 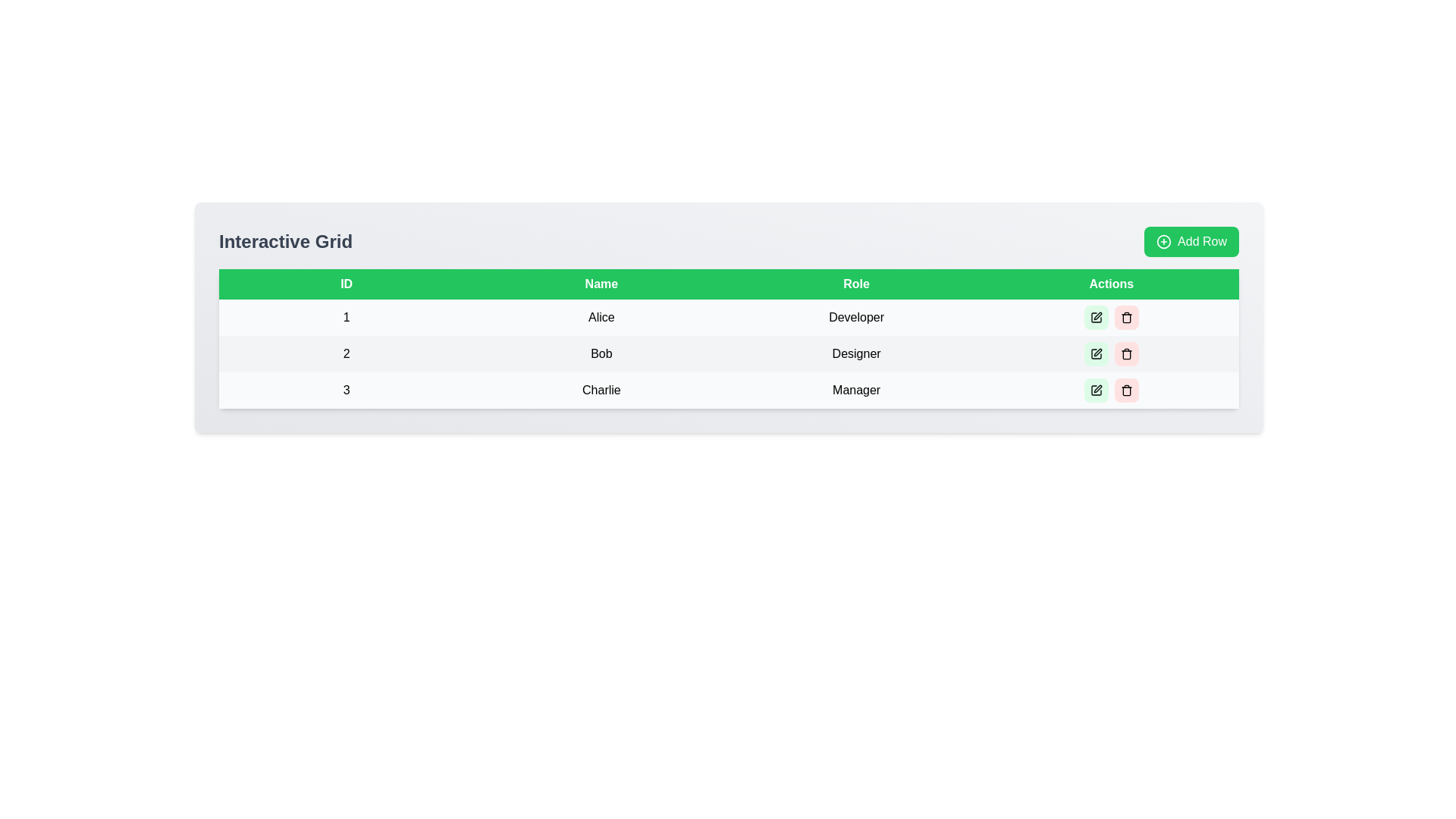 I want to click on the square button with a light-green background and a pen icon located in the 'Actions' column of the 'Interactive Grid' table for the 'Manager' role, so click(x=1096, y=390).